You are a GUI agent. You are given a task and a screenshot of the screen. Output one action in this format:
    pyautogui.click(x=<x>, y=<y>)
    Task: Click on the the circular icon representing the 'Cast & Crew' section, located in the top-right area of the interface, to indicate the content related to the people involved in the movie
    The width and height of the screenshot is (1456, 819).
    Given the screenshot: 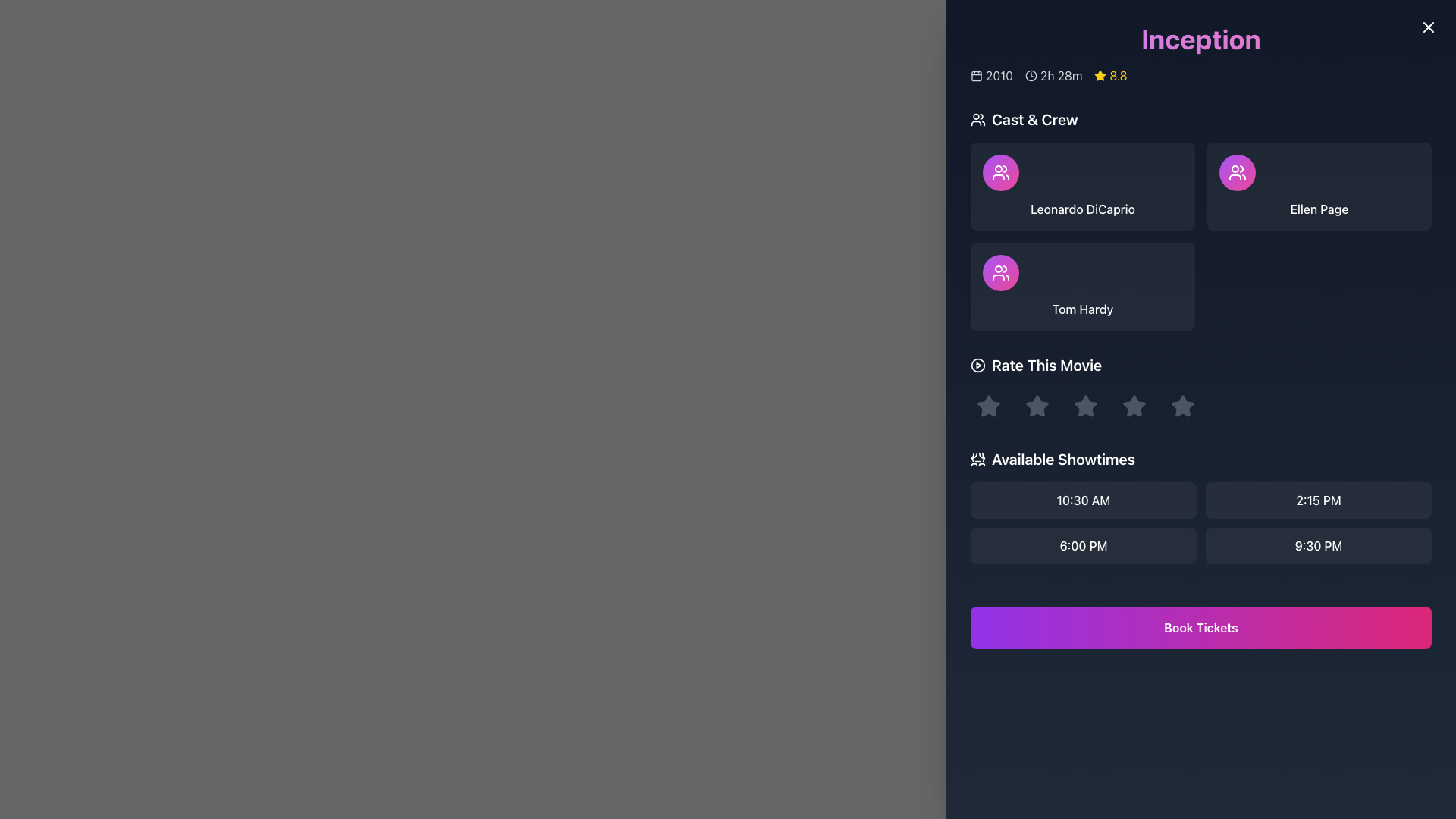 What is the action you would take?
    pyautogui.click(x=1238, y=171)
    